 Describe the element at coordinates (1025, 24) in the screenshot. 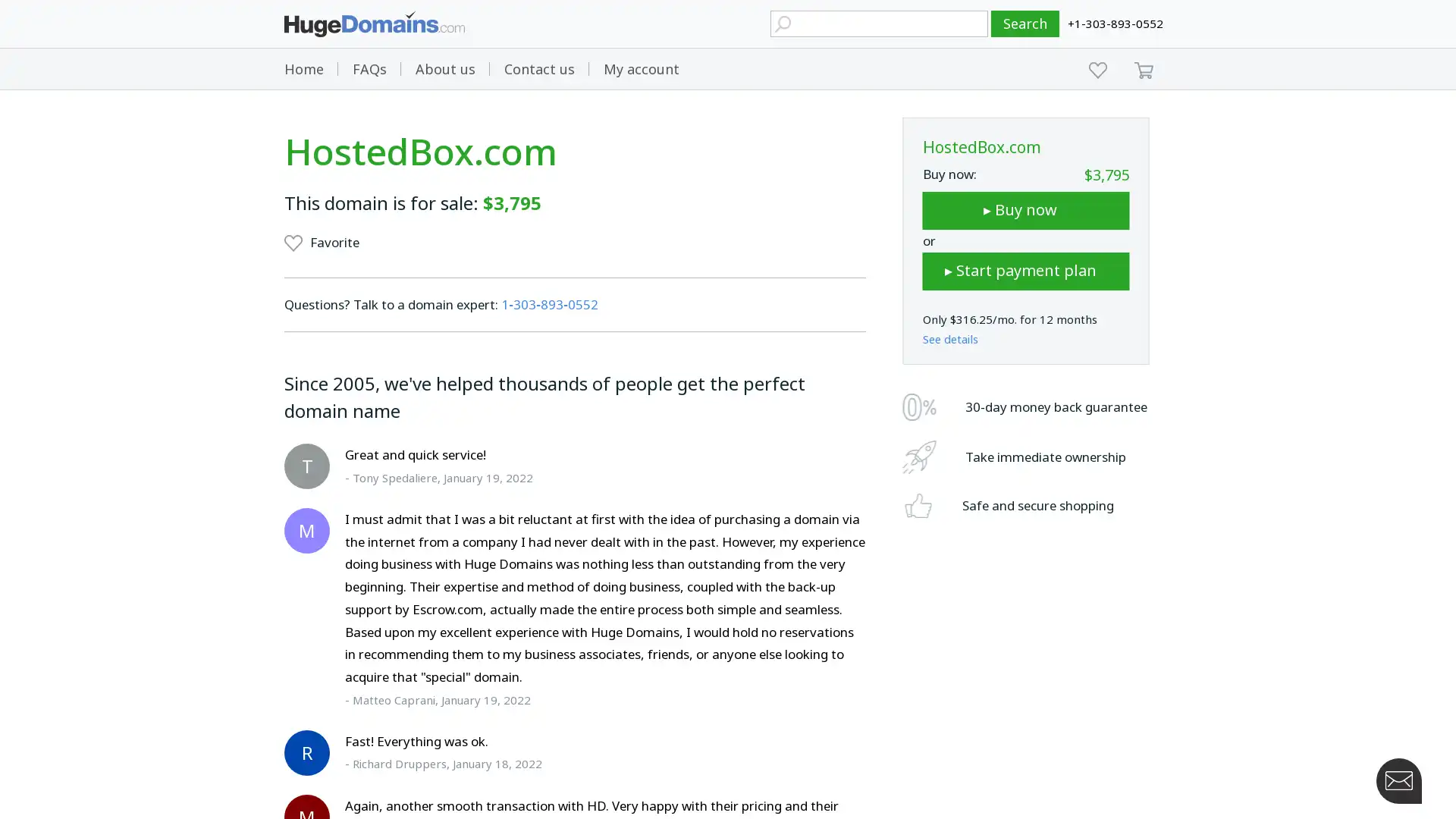

I see `Search` at that location.